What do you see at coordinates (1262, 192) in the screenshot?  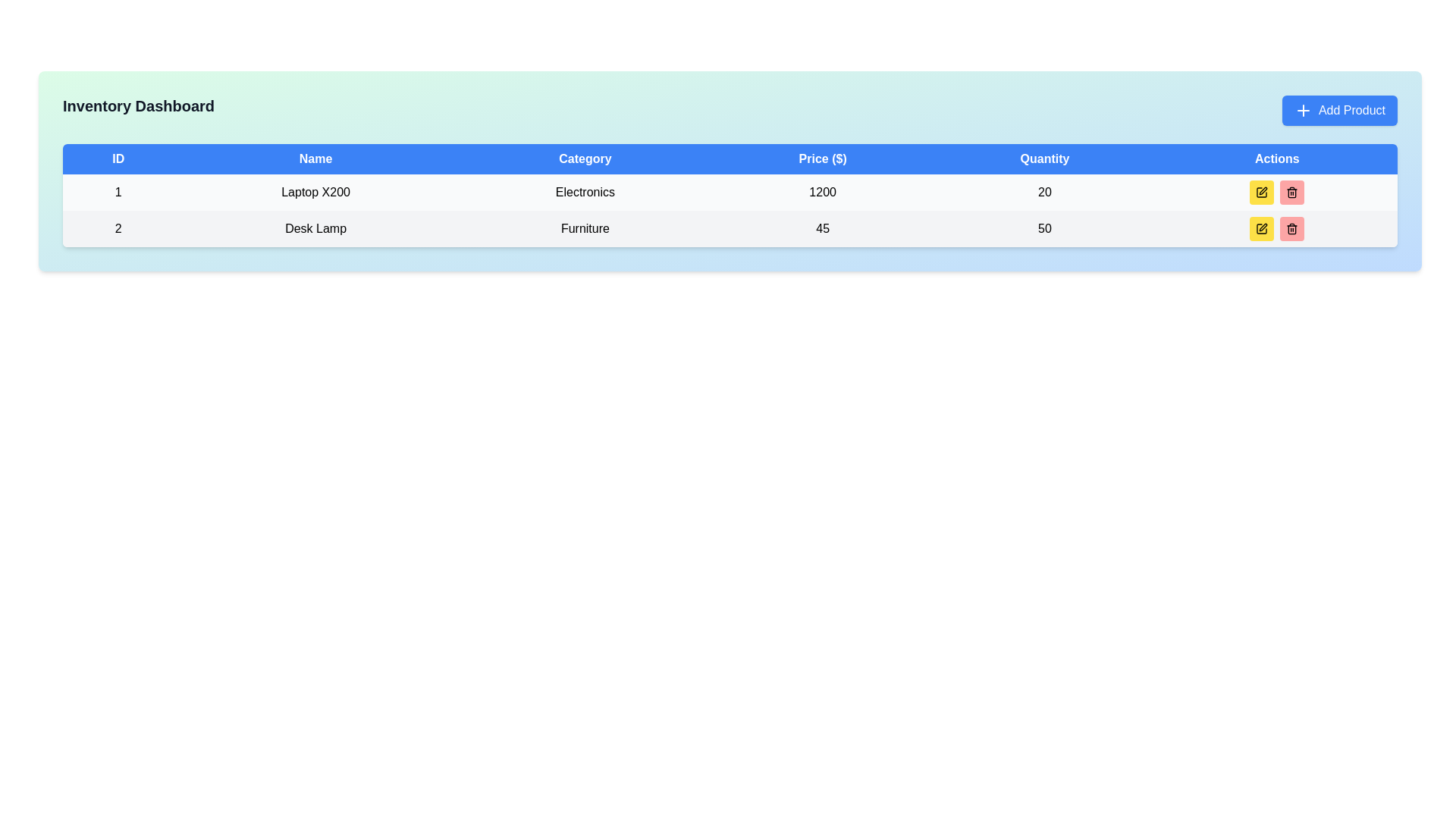 I see `the icon button resembling a pen or edit symbol` at bounding box center [1262, 192].